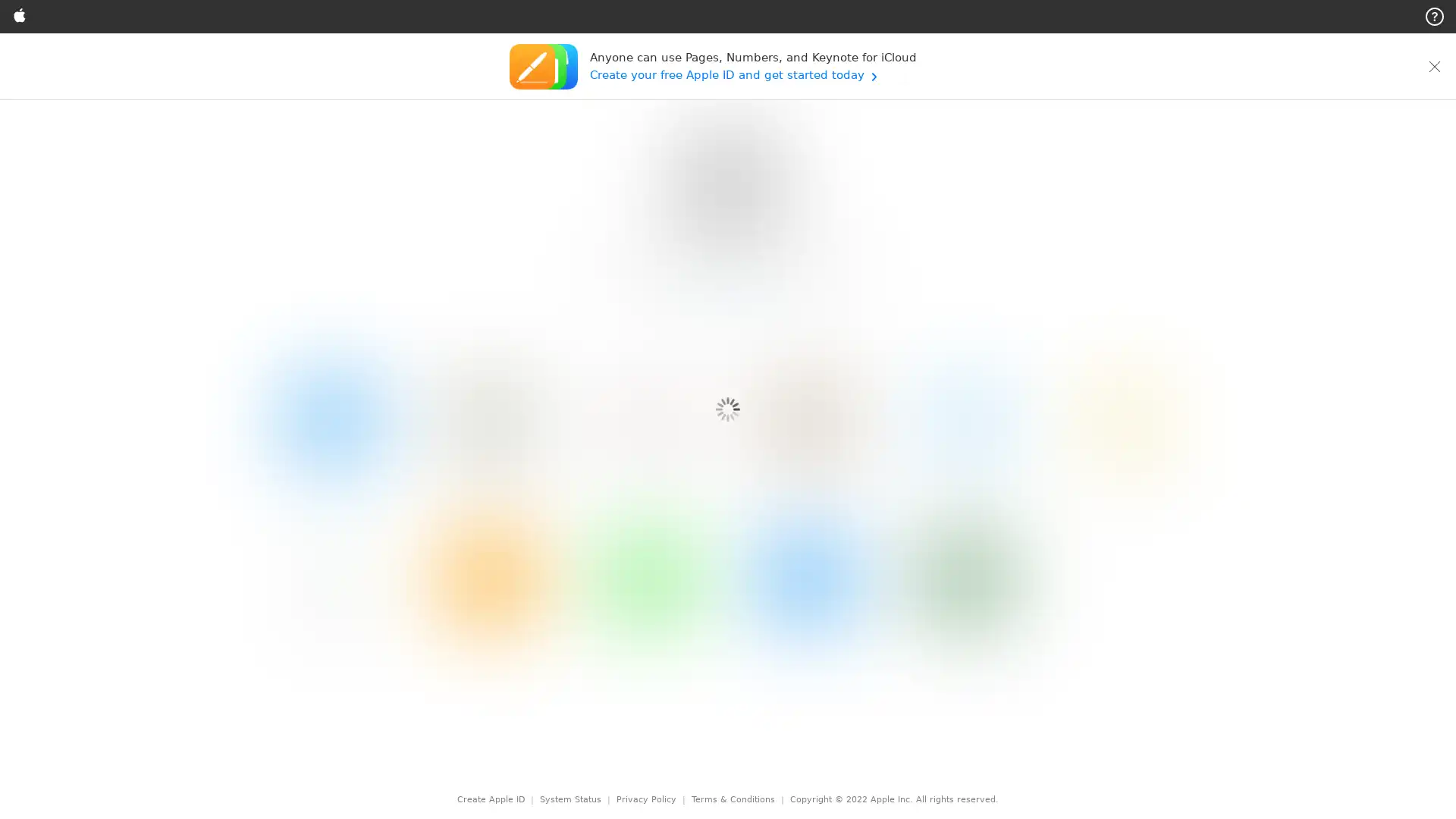  What do you see at coordinates (752, 74) in the screenshot?
I see `Create your free Apple ID and get started today` at bounding box center [752, 74].